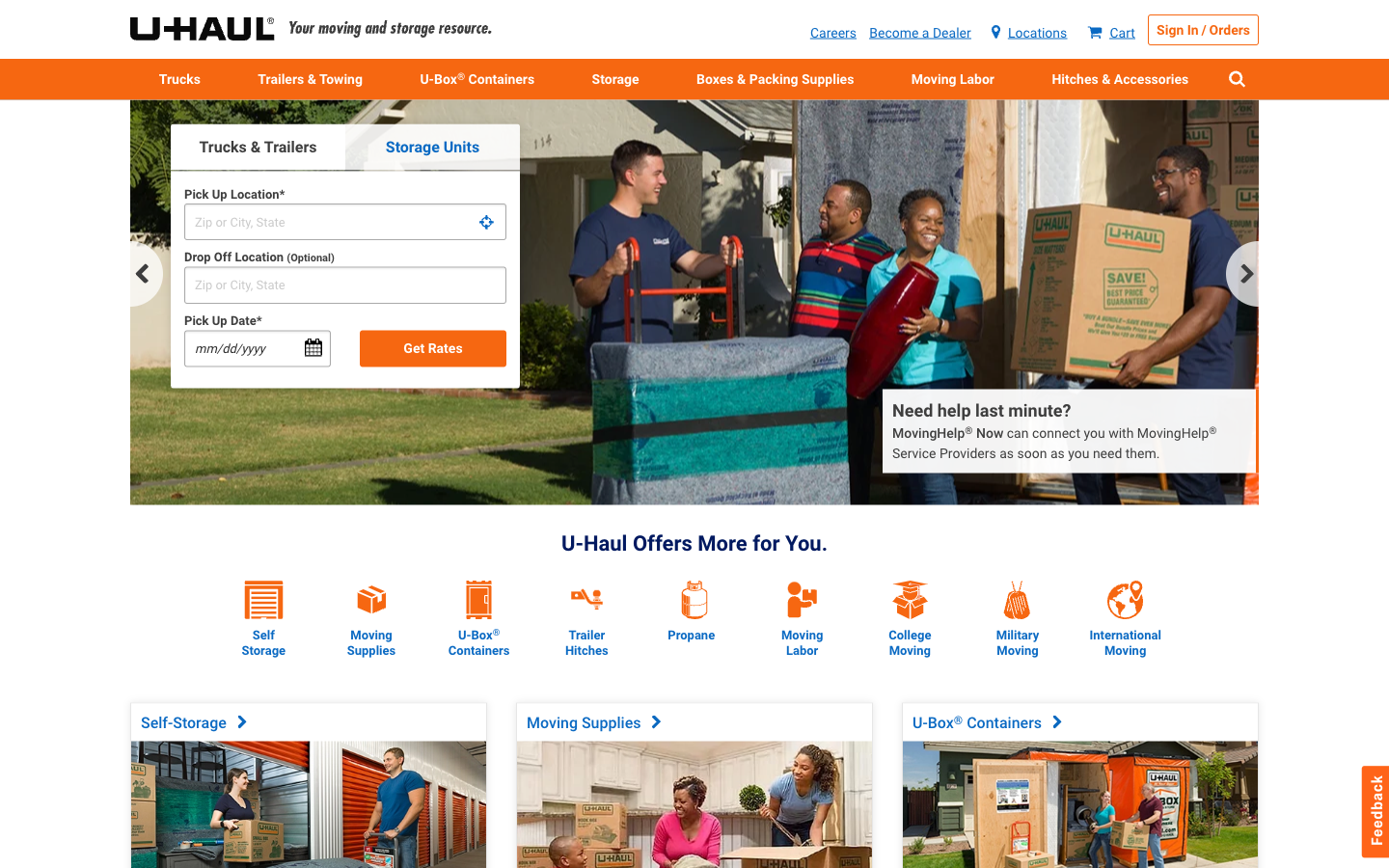  I want to click on Can you show me where to find rental information for trucks?, so click(179, 77).